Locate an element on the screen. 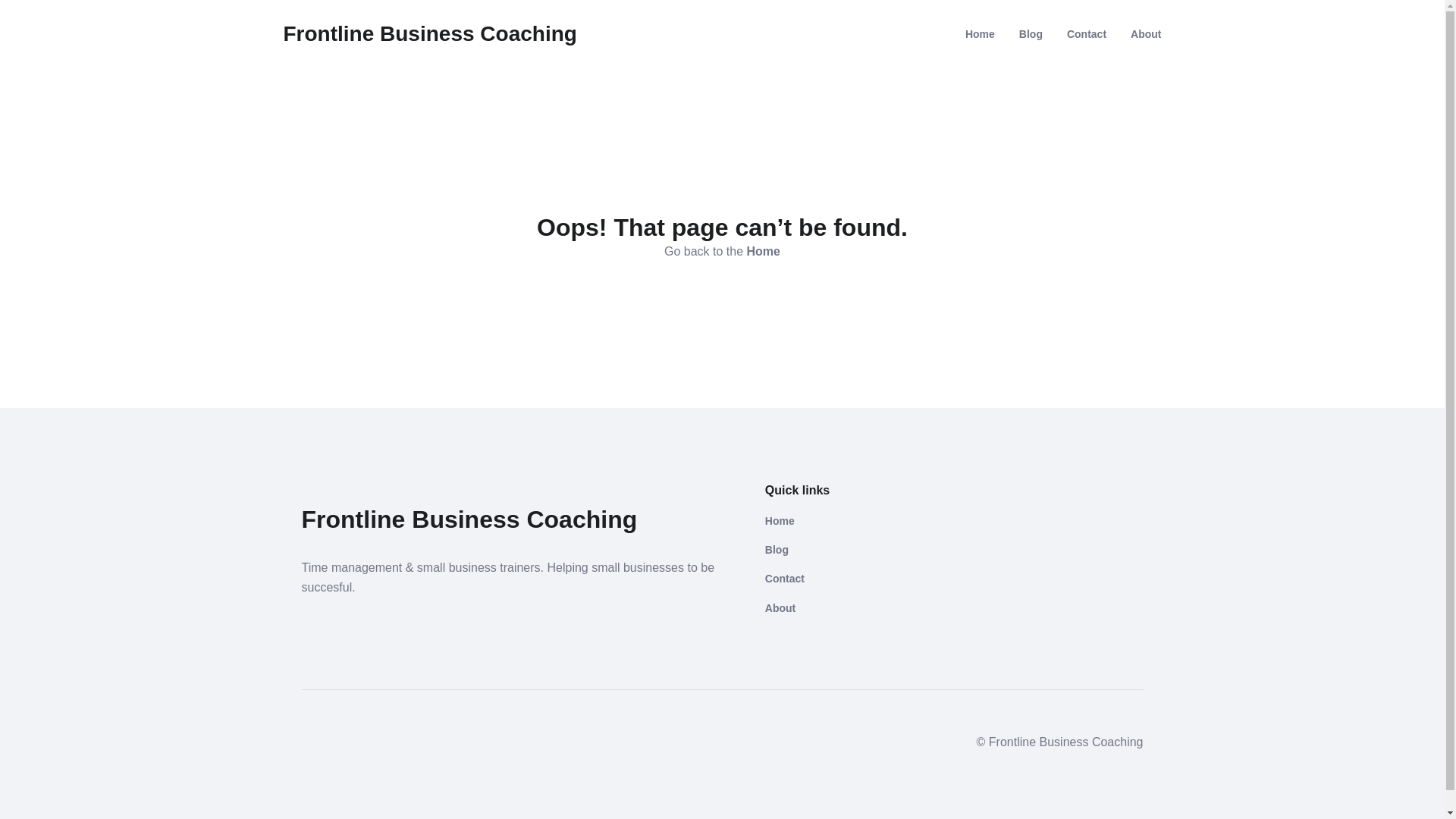 This screenshot has height=819, width=1456. 'Home' is located at coordinates (980, 34).